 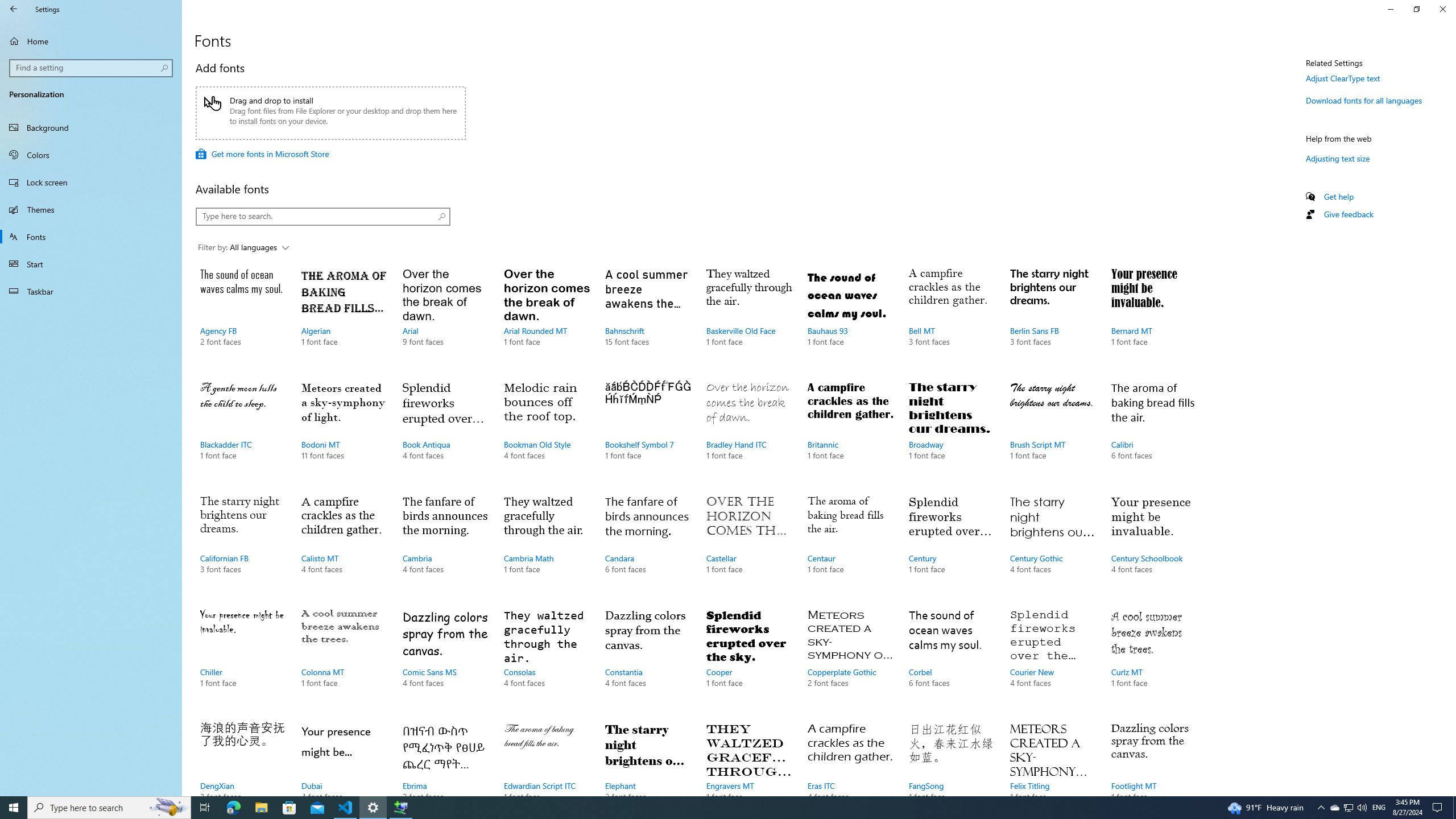 What do you see at coordinates (647, 318) in the screenshot?
I see `'Bahnschrift, 15 font faces'` at bounding box center [647, 318].